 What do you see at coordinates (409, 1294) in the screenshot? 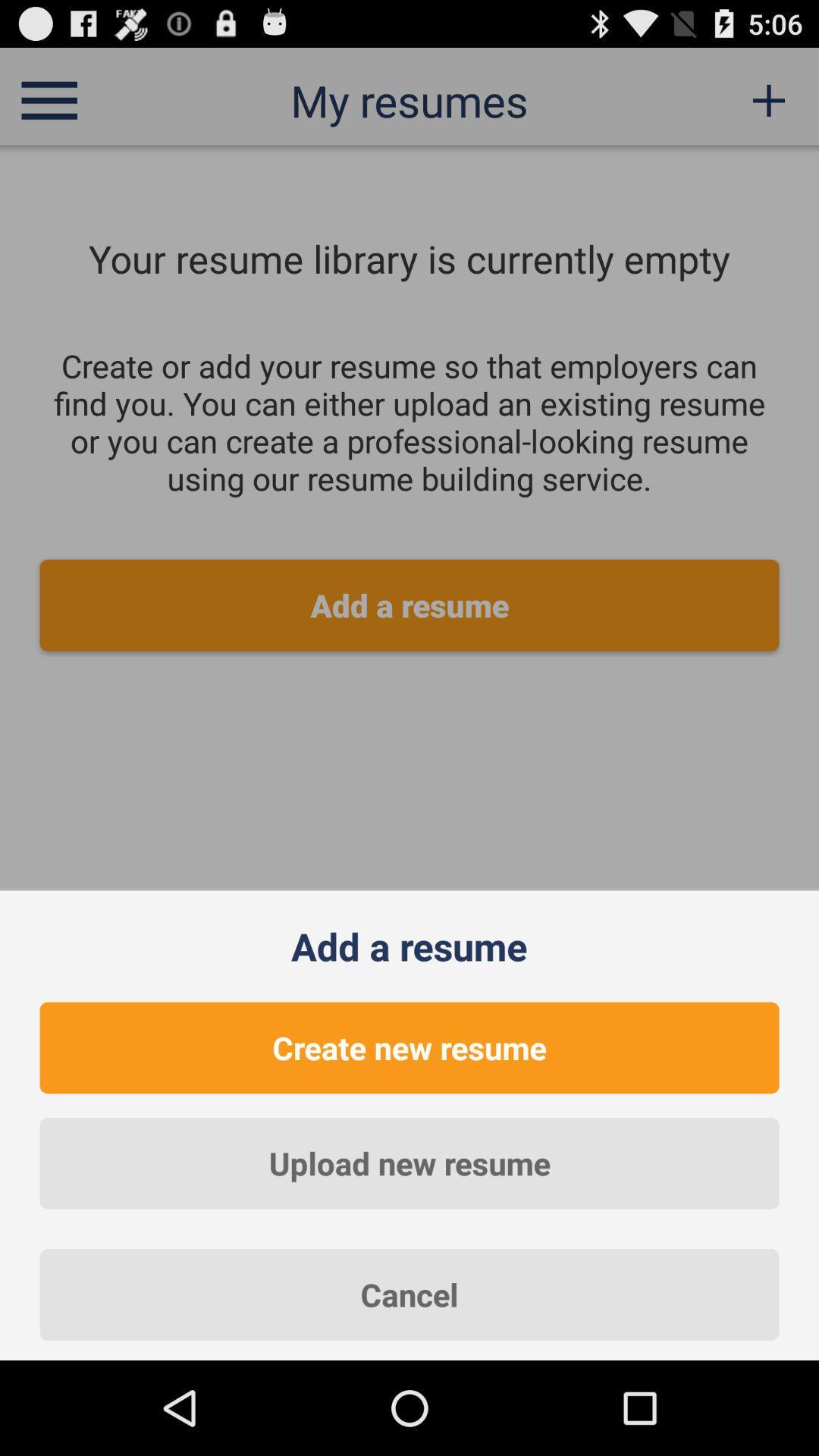
I see `item below upload new resume` at bounding box center [409, 1294].